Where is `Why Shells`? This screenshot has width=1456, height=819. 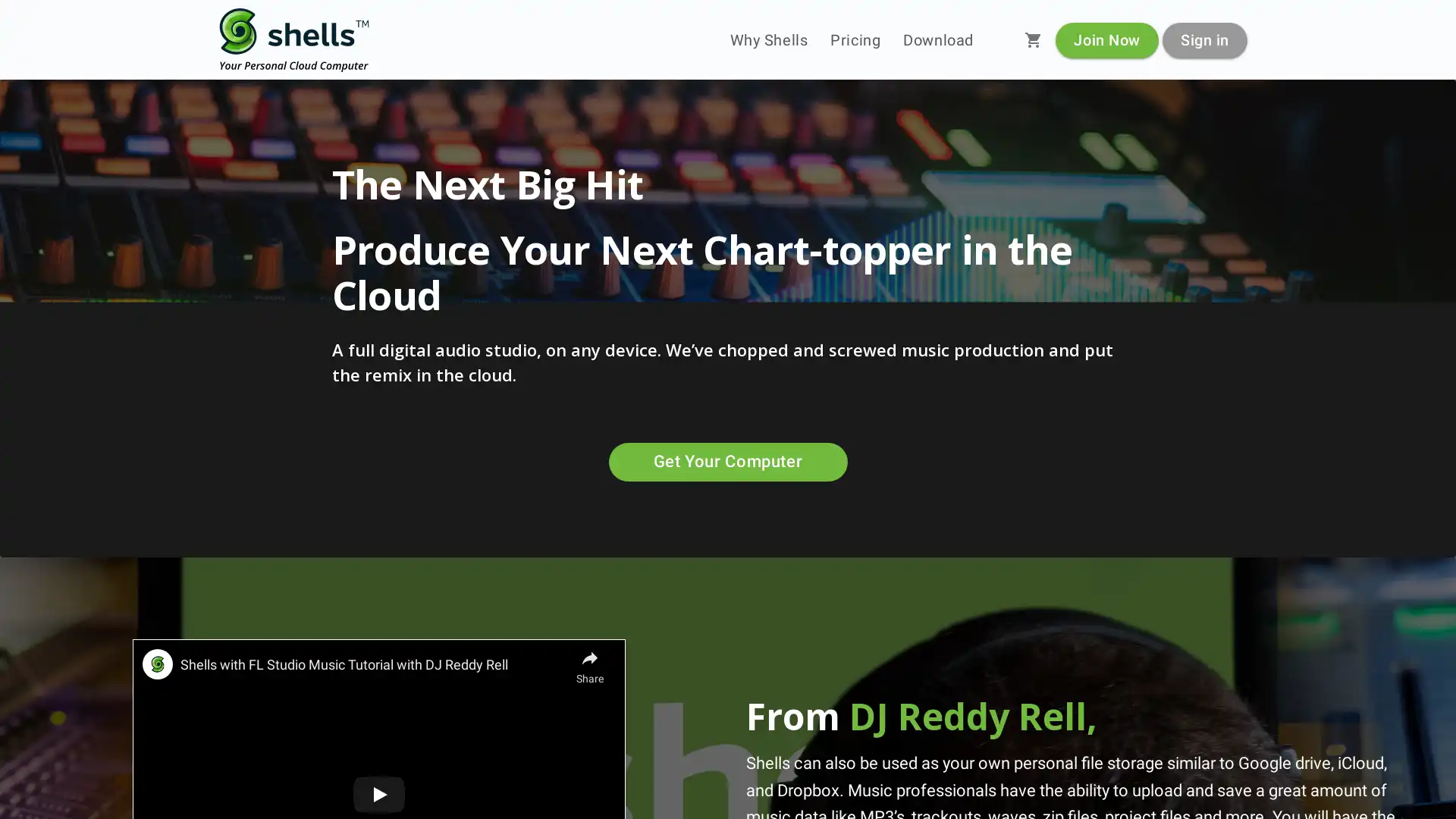
Why Shells is located at coordinates (768, 39).